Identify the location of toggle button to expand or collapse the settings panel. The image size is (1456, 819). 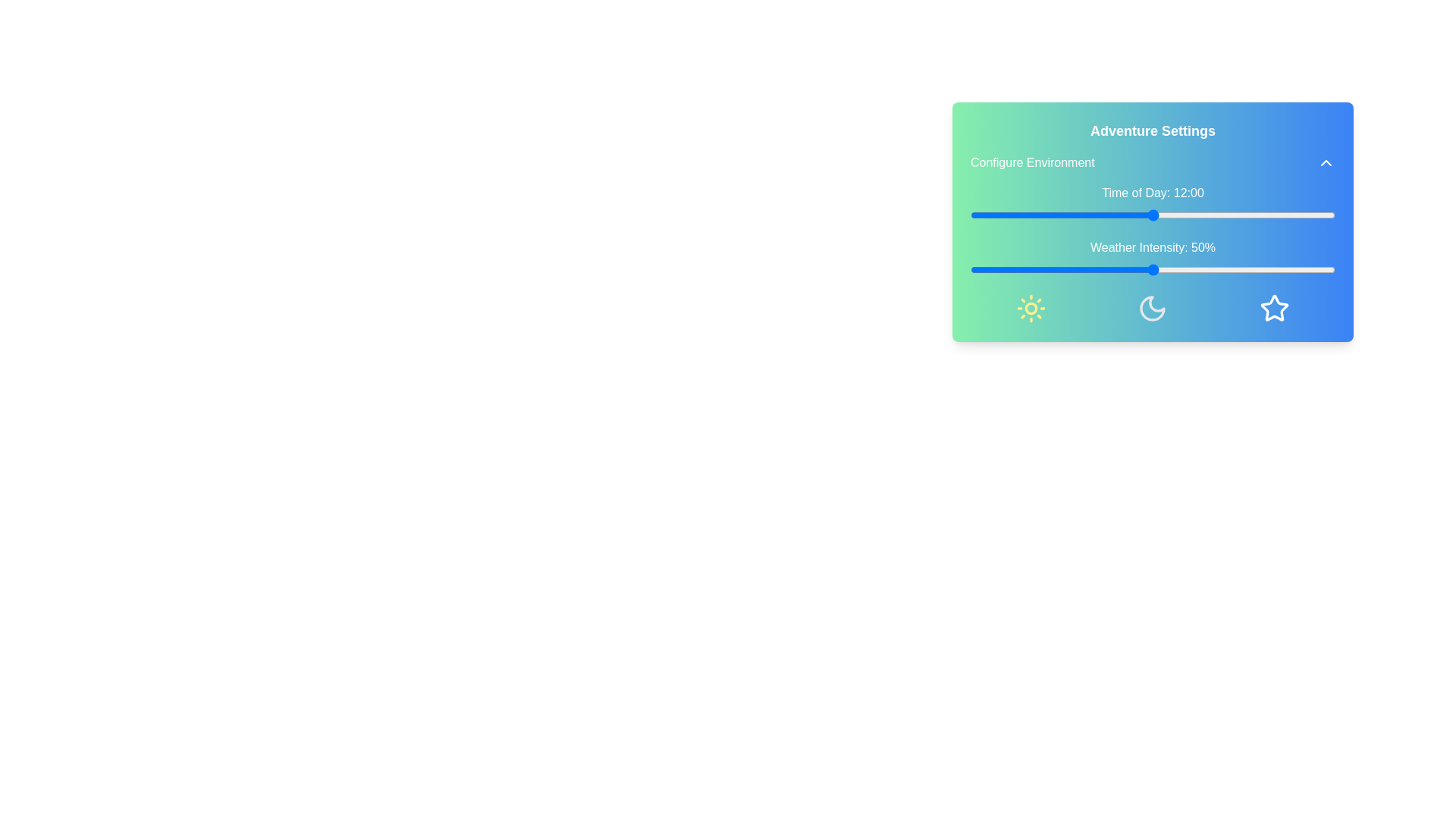
(1325, 163).